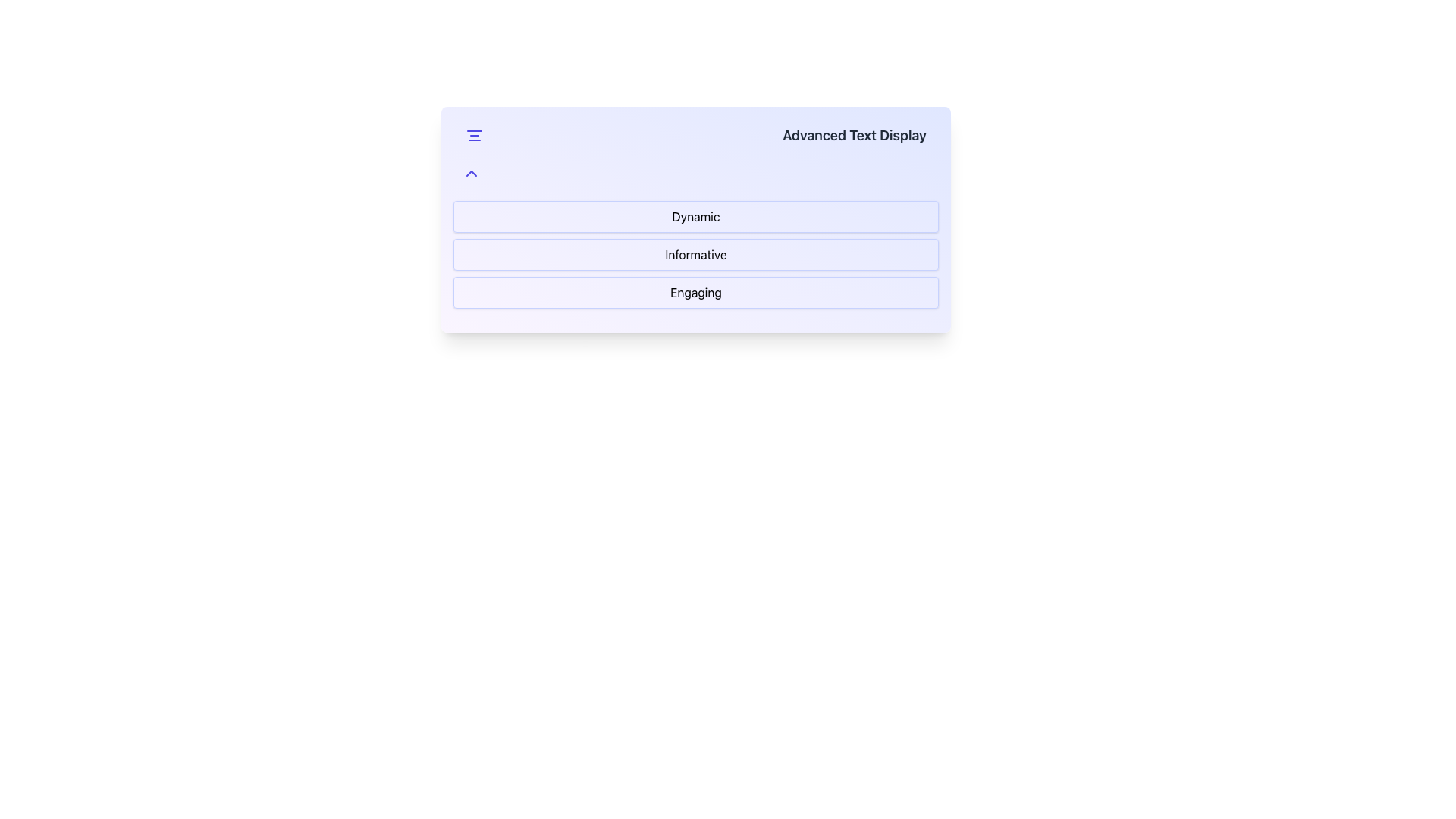 The image size is (1456, 819). I want to click on the Text Label located in the upper-right quarter of the layout, which serves as a descriptive or informational label indicating the content or purpose of the section, so click(855, 134).